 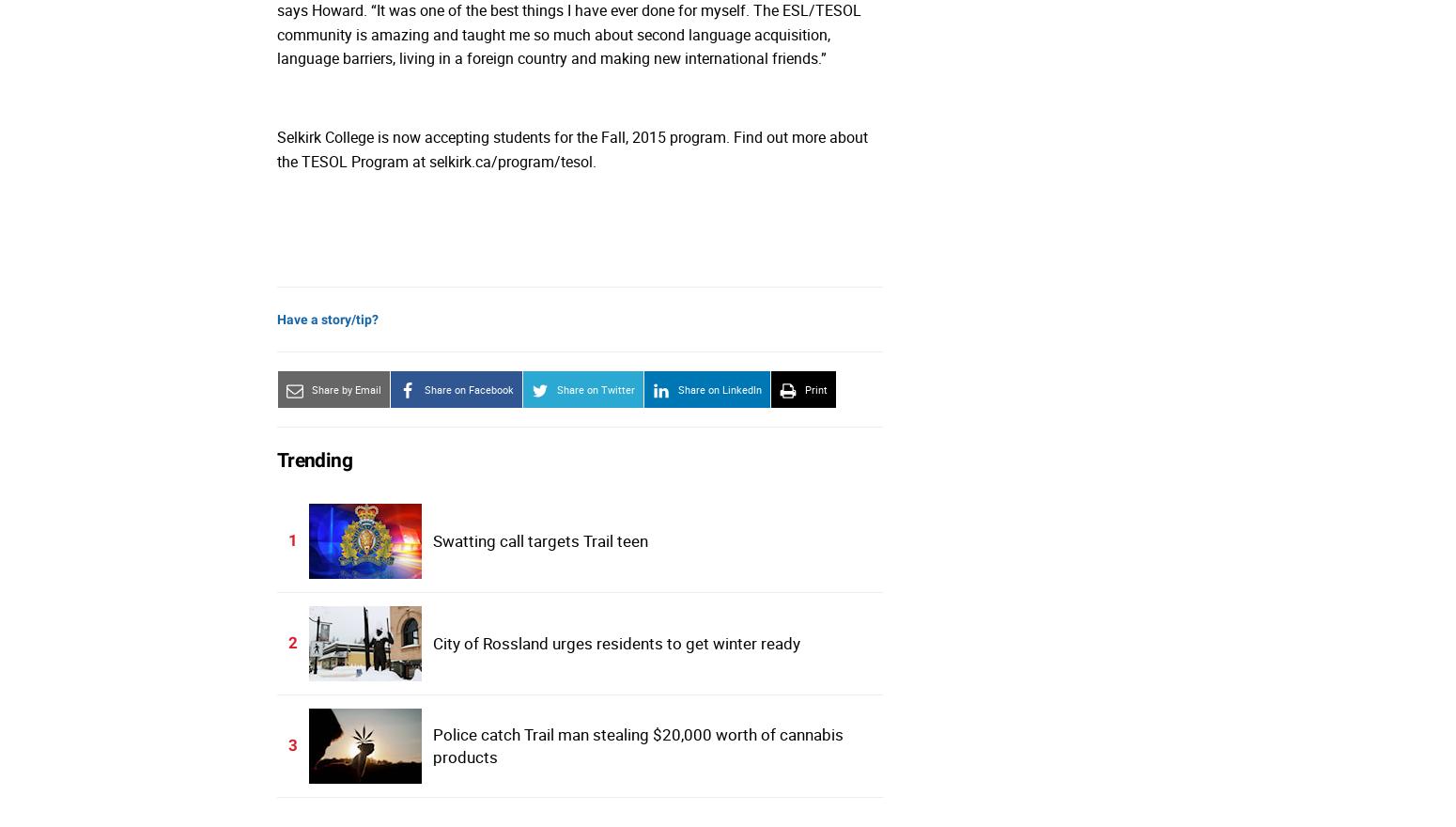 What do you see at coordinates (313, 460) in the screenshot?
I see `'Trending'` at bounding box center [313, 460].